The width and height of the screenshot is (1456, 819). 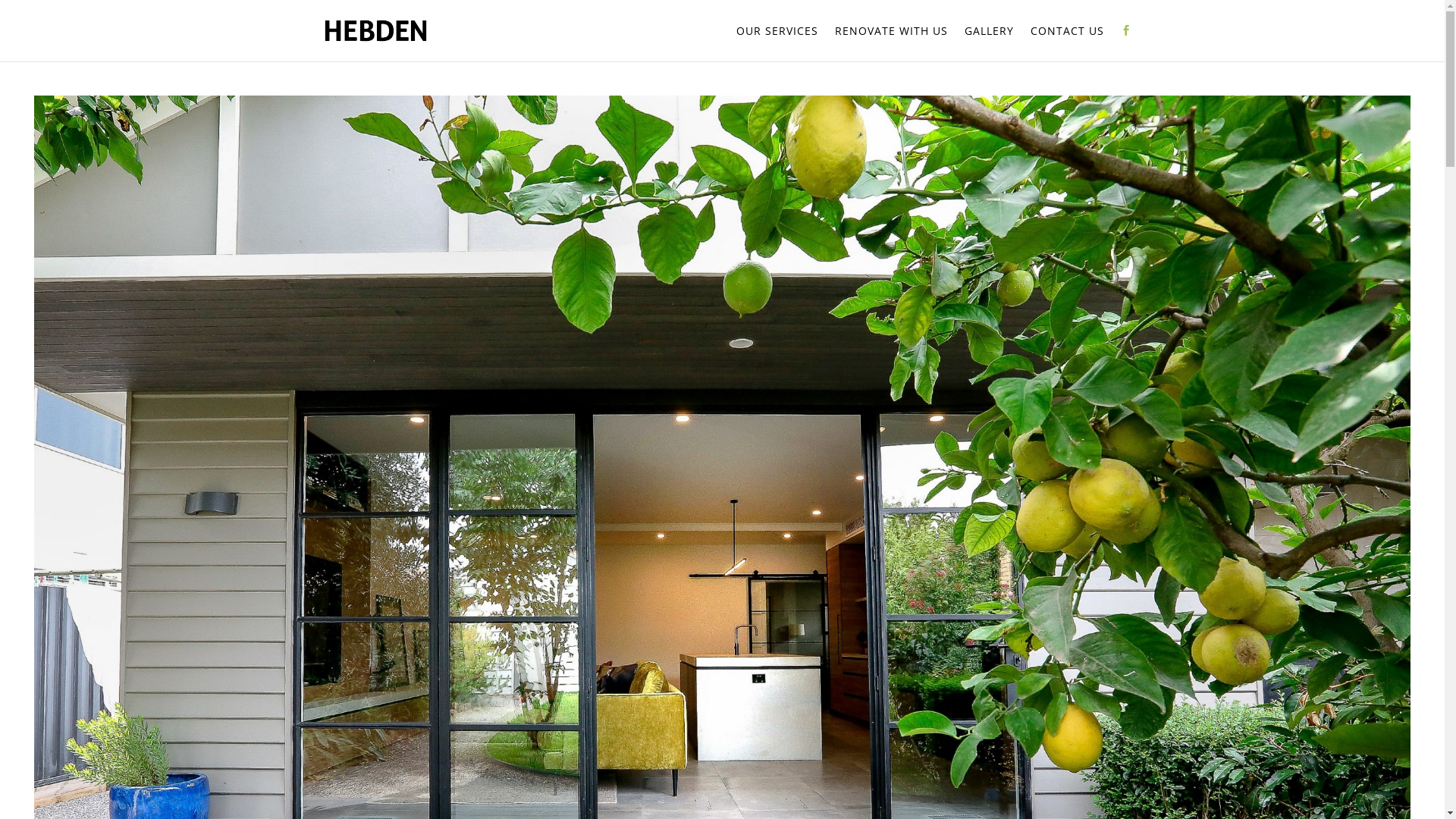 What do you see at coordinates (1065, 42) in the screenshot?
I see `'CONTACT US'` at bounding box center [1065, 42].